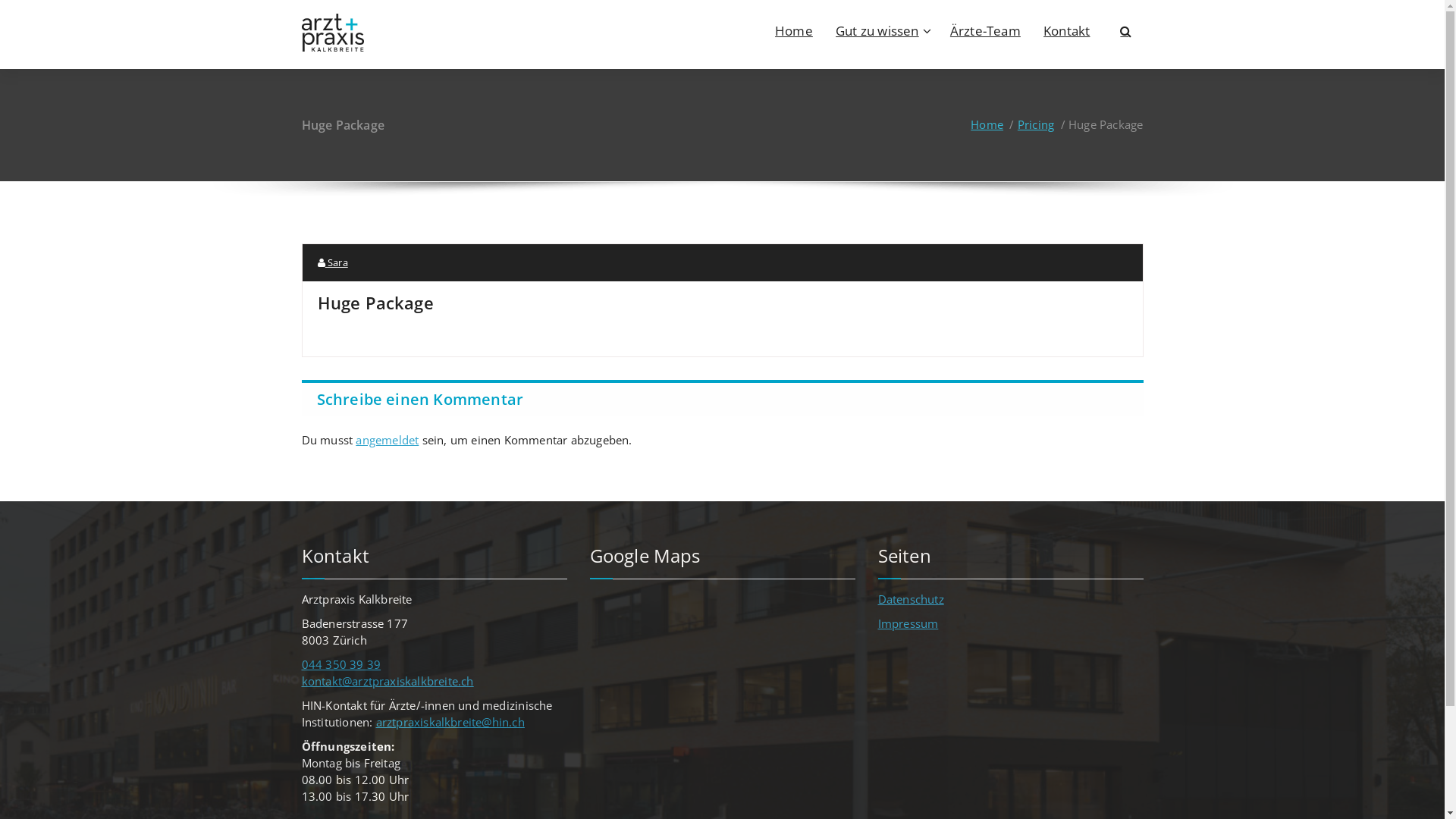 Image resolution: width=1456 pixels, height=819 pixels. Describe the element at coordinates (340, 663) in the screenshot. I see `'044 350 39 39'` at that location.